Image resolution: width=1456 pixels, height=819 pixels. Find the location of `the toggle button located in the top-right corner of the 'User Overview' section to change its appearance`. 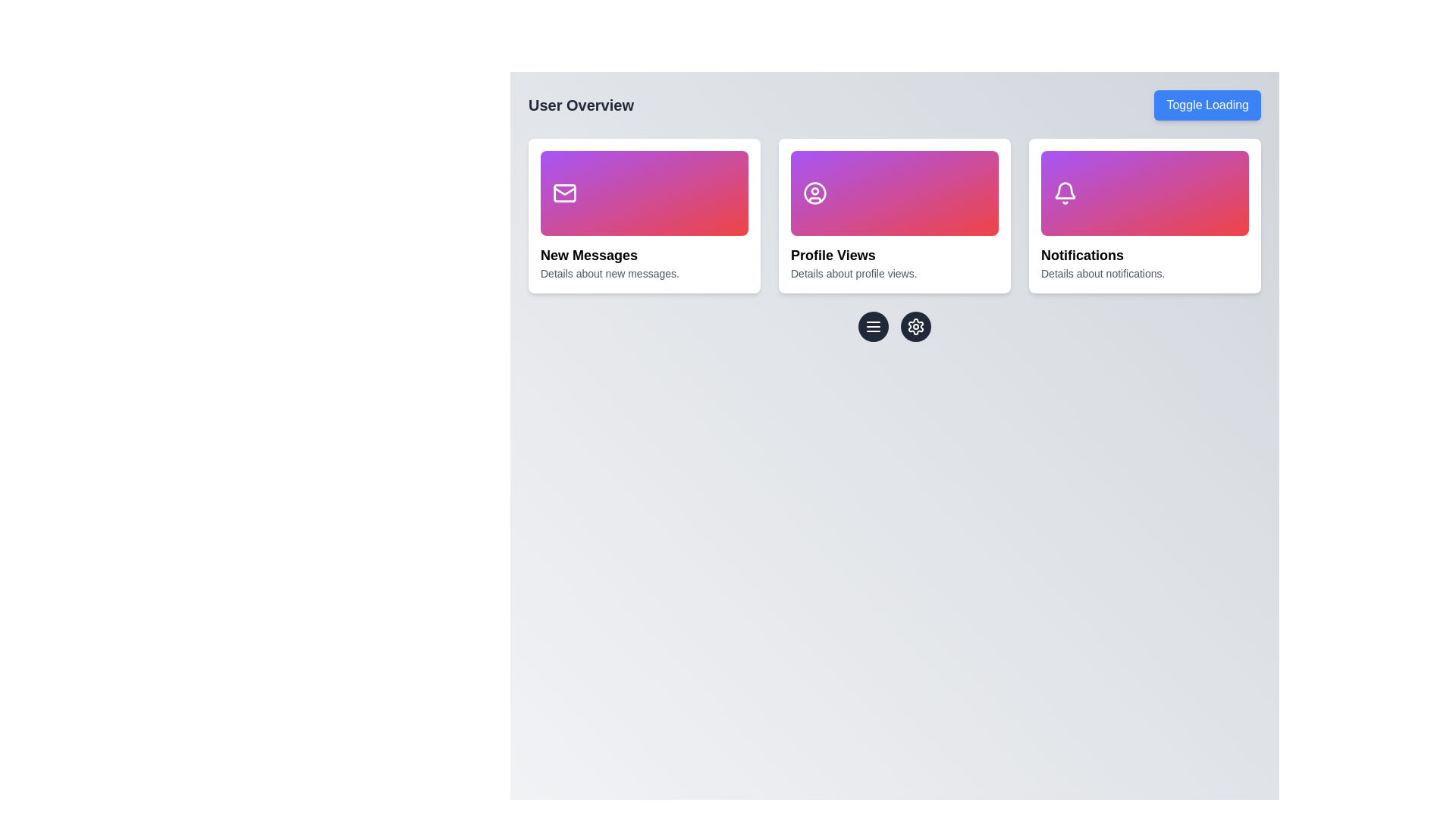

the toggle button located in the top-right corner of the 'User Overview' section to change its appearance is located at coordinates (1207, 104).